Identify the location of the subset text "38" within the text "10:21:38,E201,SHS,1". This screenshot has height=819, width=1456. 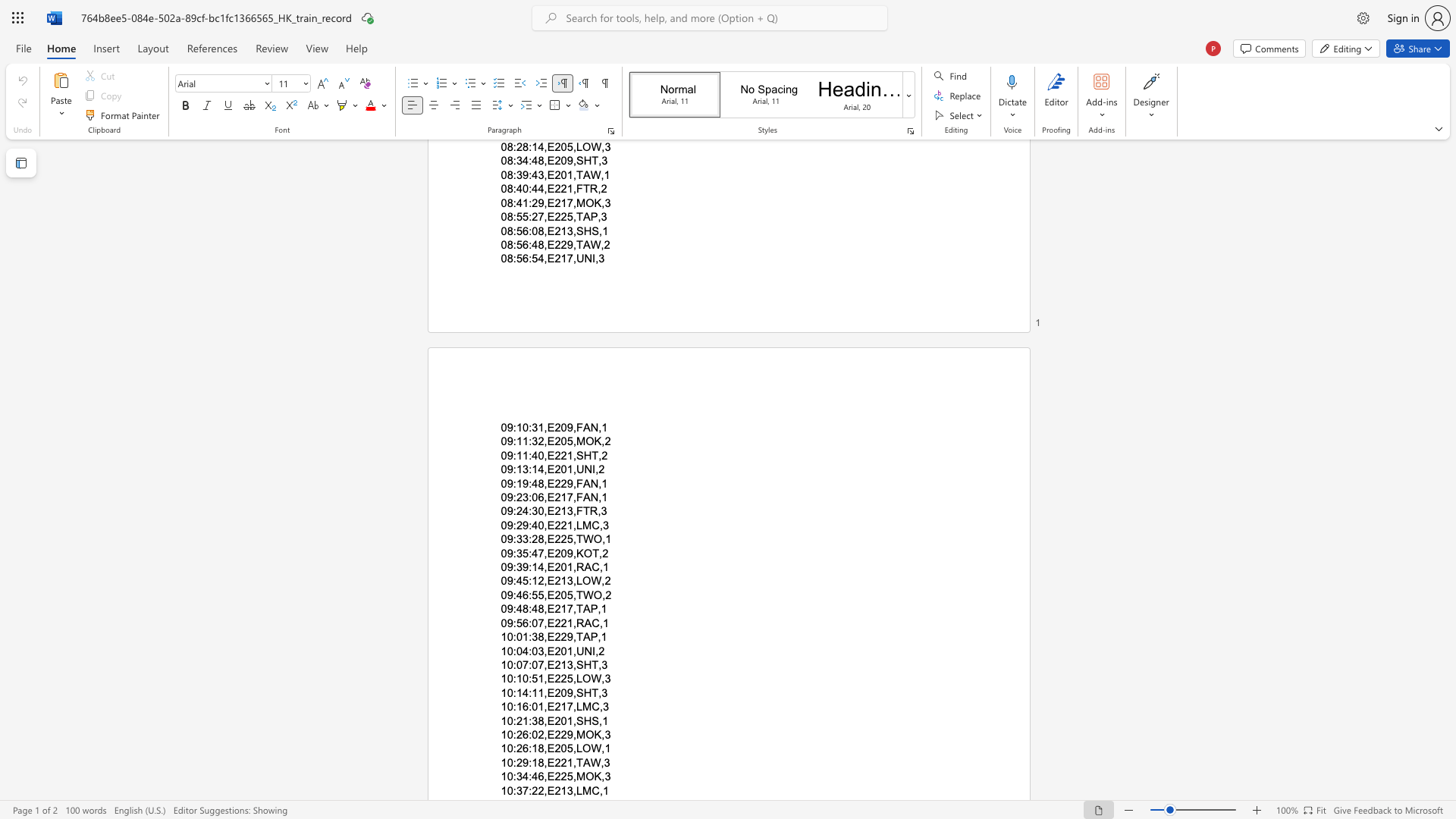
(532, 720).